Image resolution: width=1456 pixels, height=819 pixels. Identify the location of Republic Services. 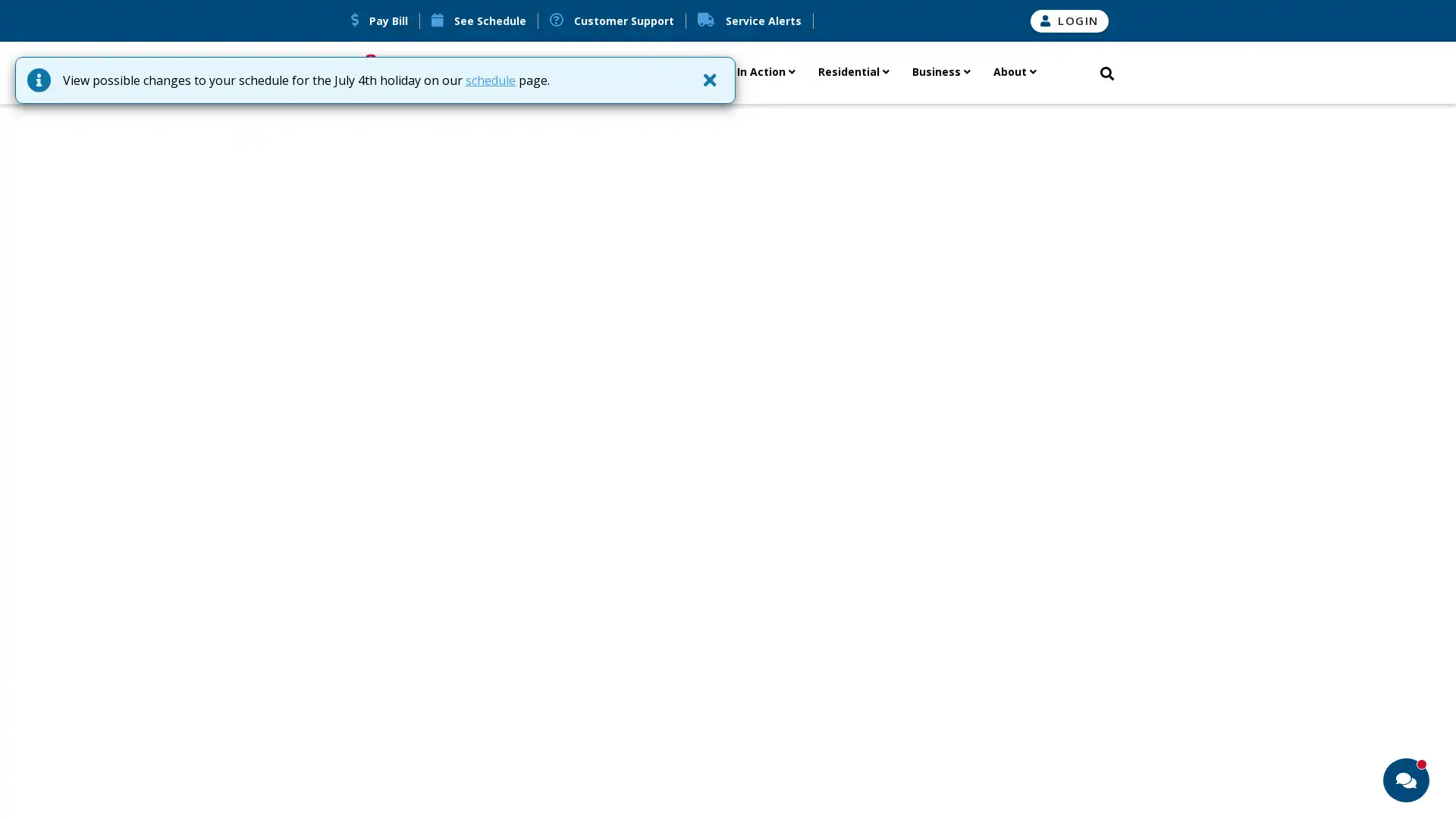
(411, 71).